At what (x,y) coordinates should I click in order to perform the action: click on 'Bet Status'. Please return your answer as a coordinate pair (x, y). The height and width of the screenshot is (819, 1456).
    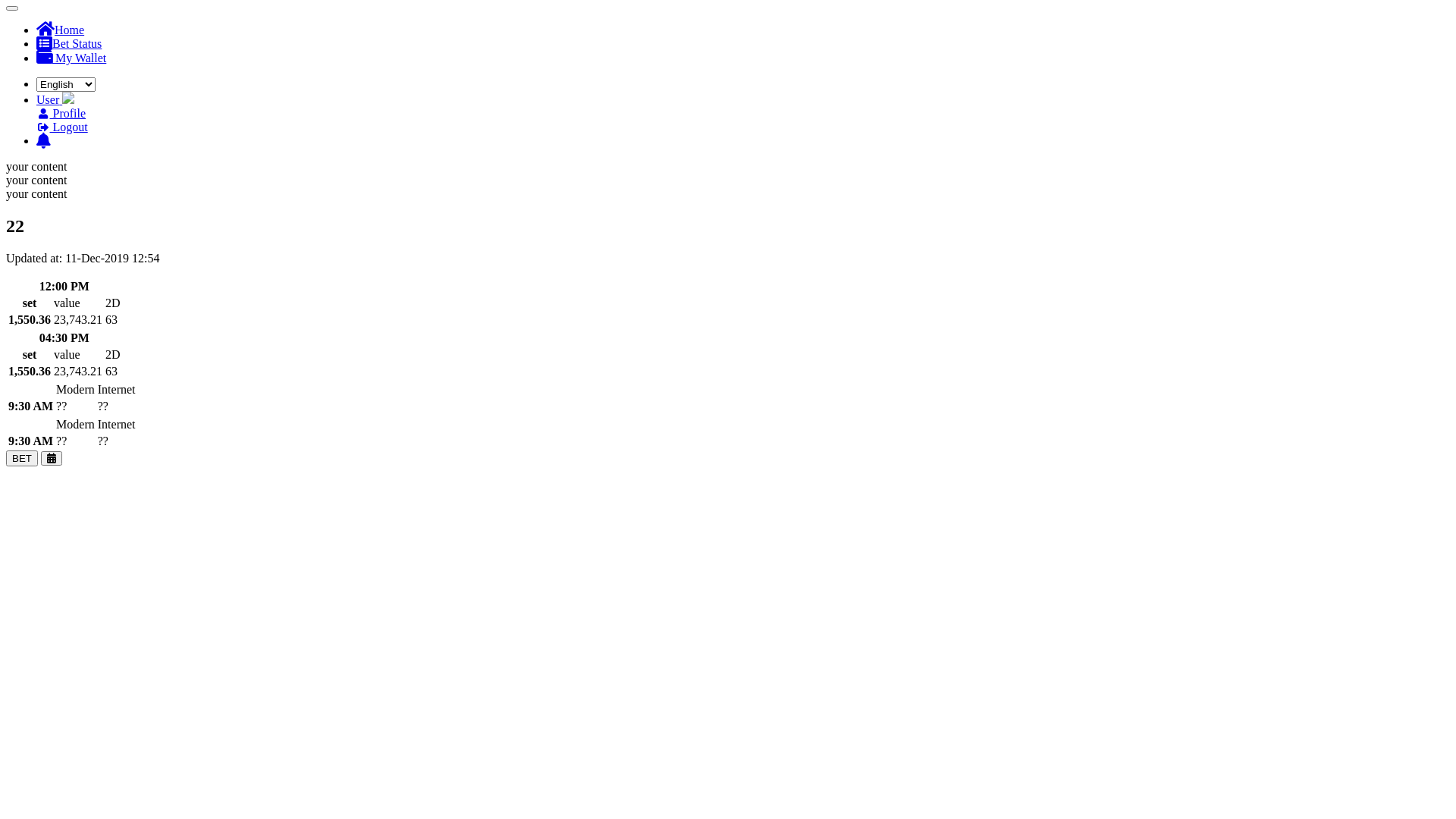
    Looking at the image, I should click on (68, 42).